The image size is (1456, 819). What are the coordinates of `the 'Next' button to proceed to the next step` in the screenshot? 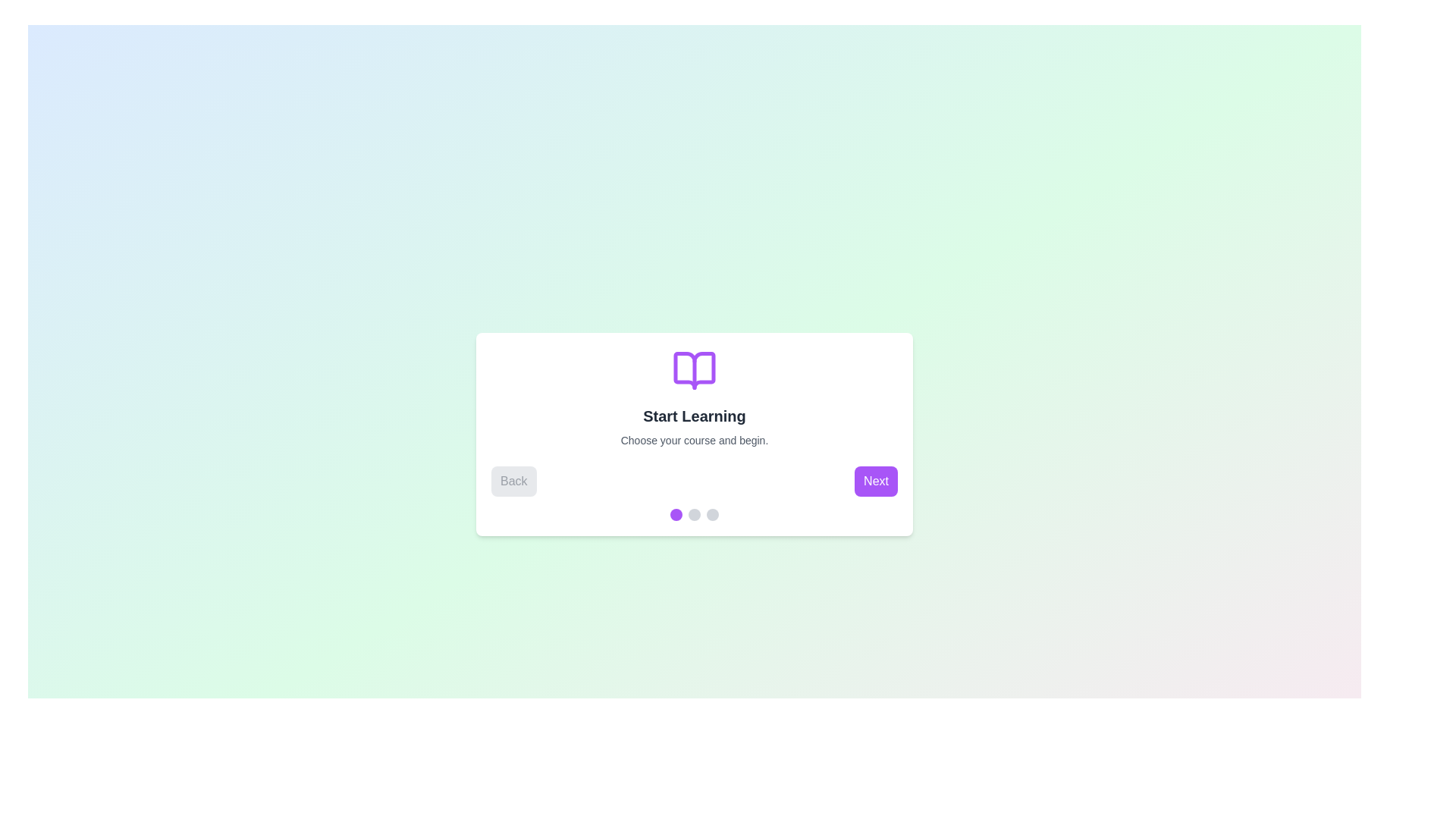 It's located at (876, 482).